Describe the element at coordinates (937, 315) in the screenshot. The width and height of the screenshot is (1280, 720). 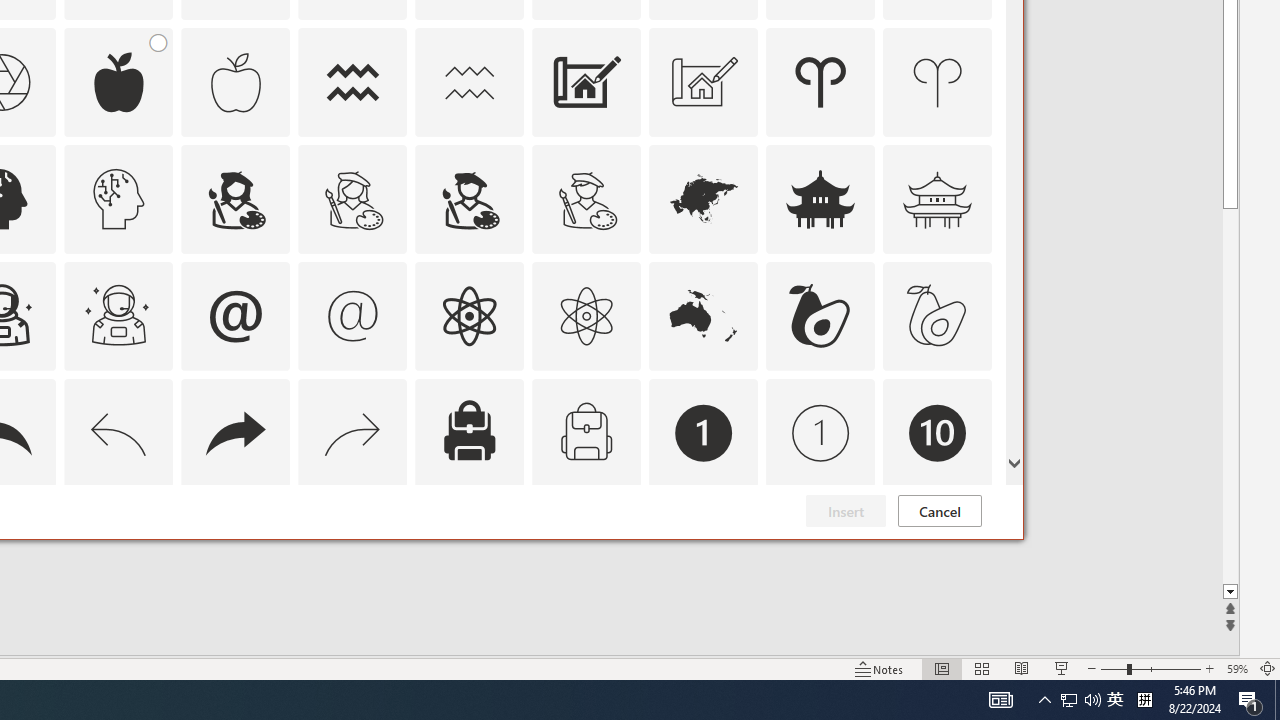
I see `'AutomationID: Icons_Avocado_M'` at that location.